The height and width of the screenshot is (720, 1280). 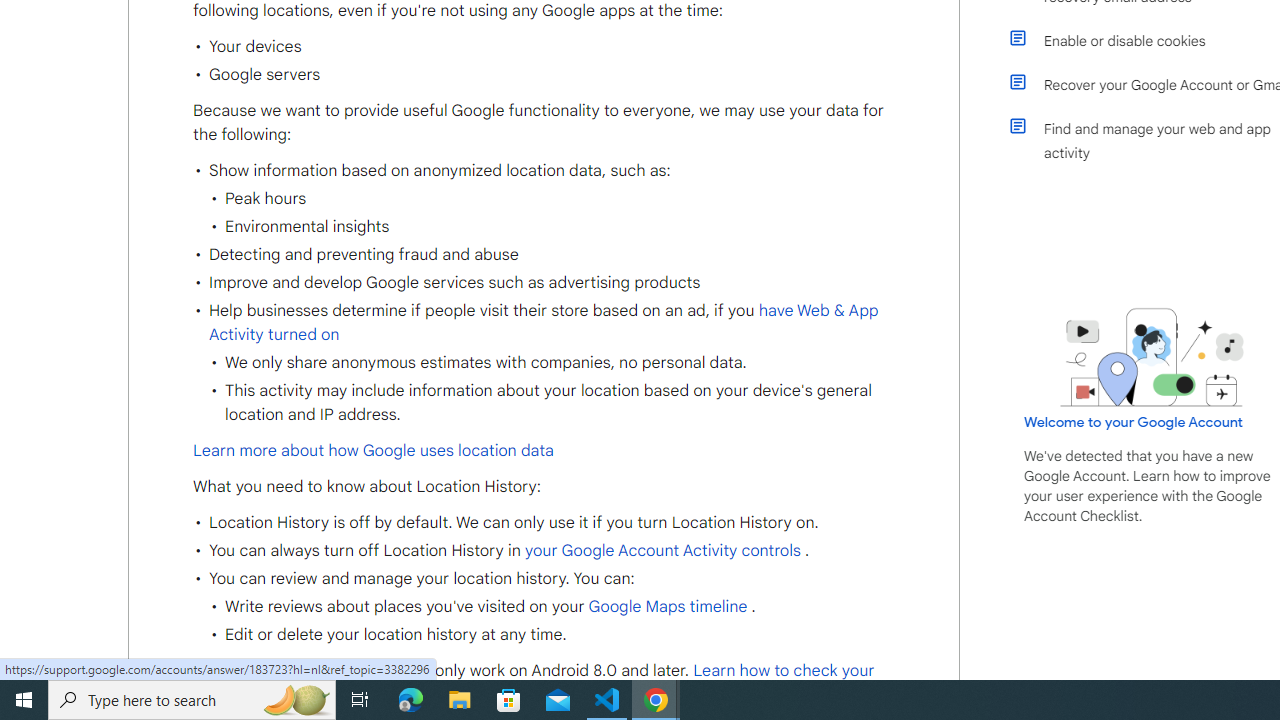 I want to click on 'Learning Center home page image', so click(x=1152, y=356).